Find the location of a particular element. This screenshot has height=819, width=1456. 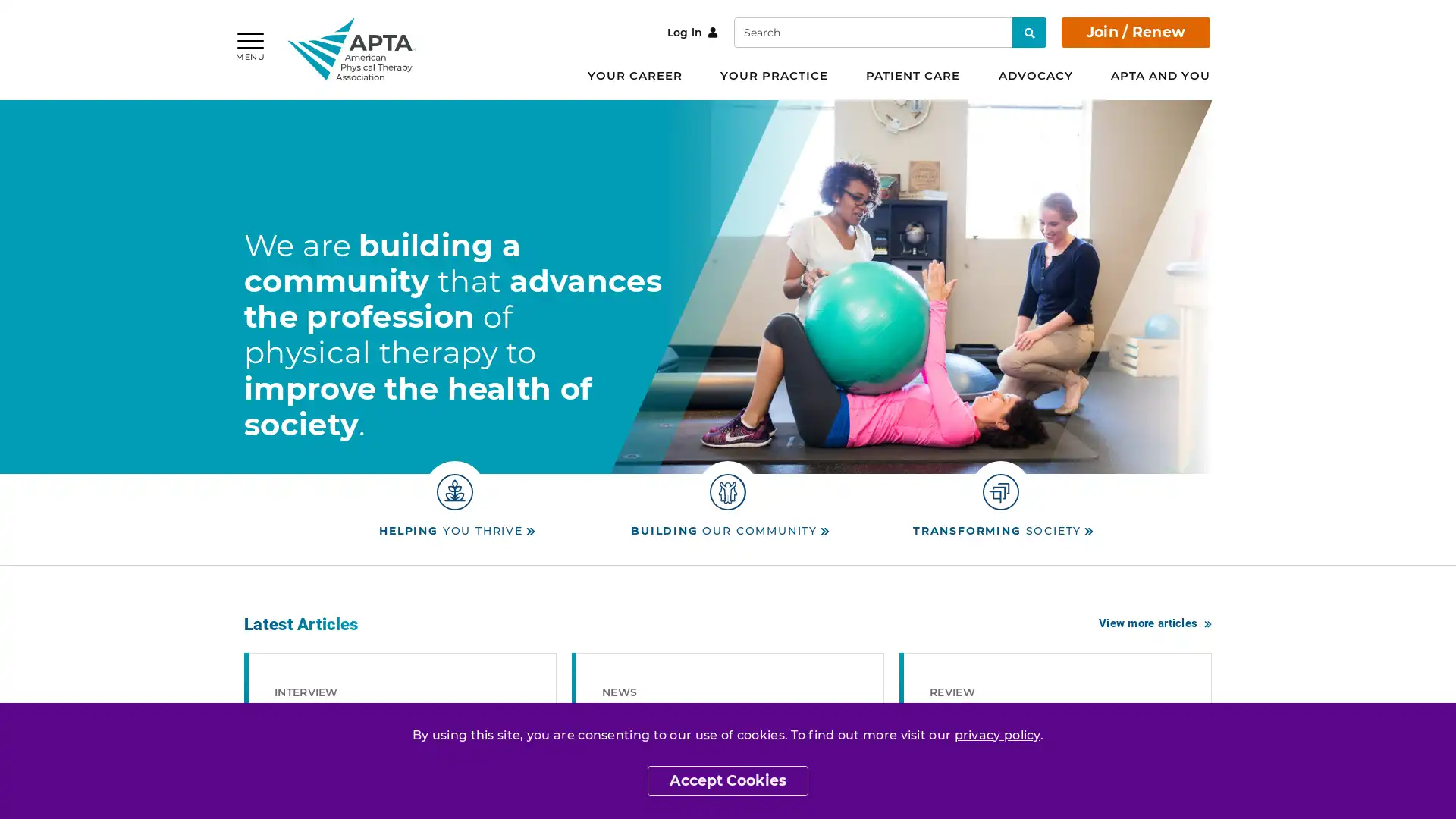

Search is located at coordinates (1029, 32).